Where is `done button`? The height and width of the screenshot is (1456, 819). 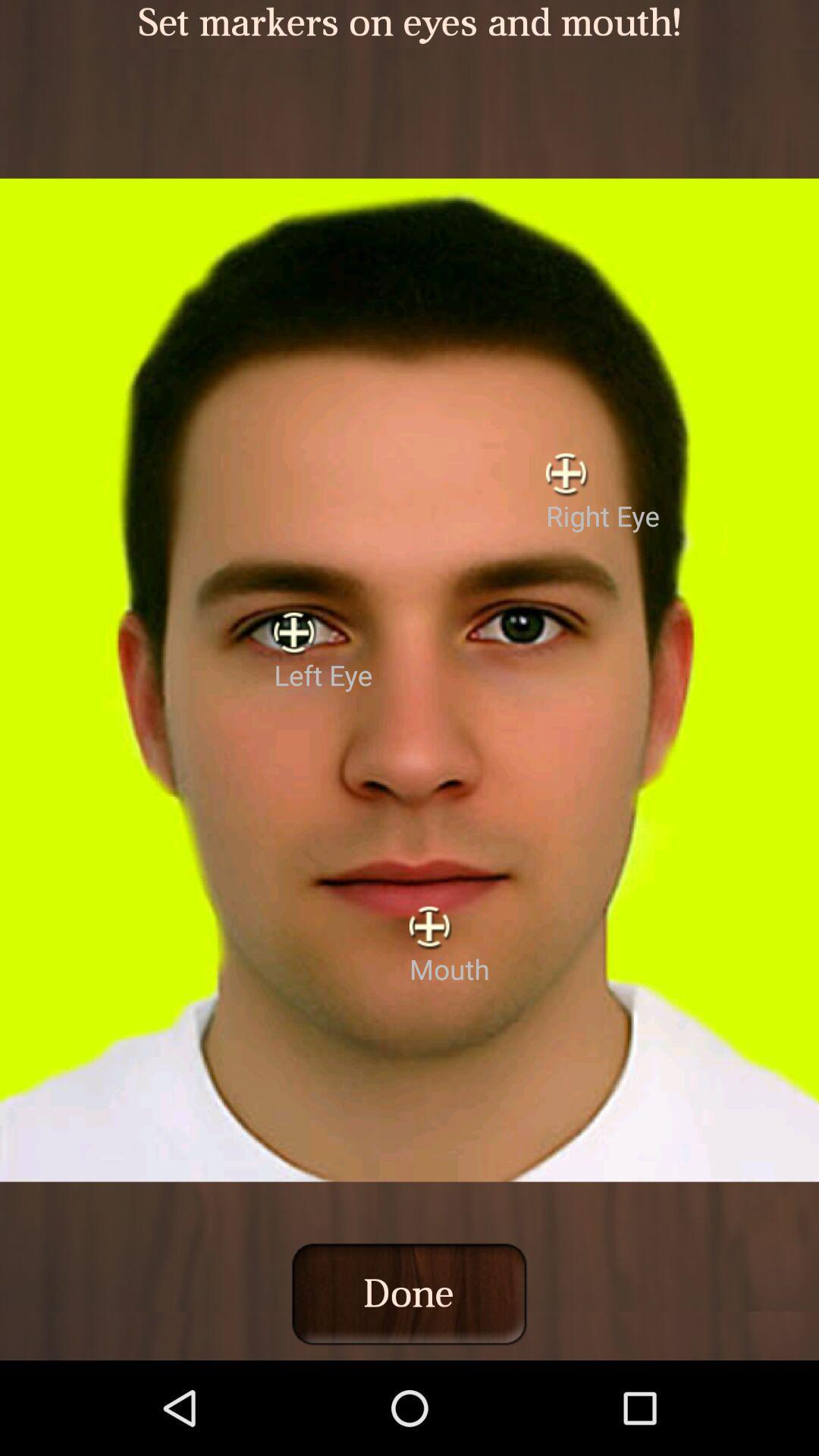
done button is located at coordinates (408, 1293).